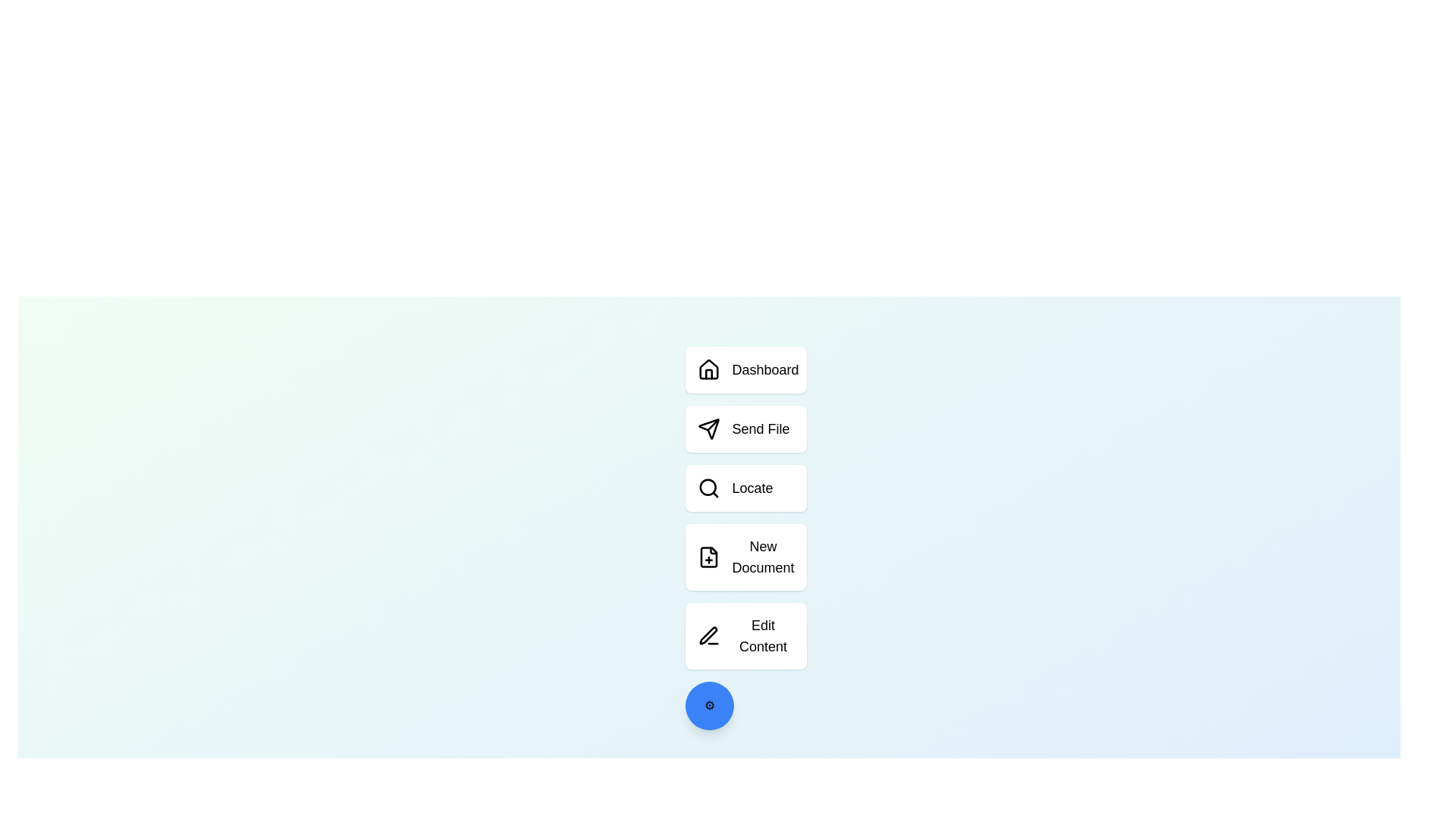  I want to click on the floating action button to toggle the menu, so click(708, 705).